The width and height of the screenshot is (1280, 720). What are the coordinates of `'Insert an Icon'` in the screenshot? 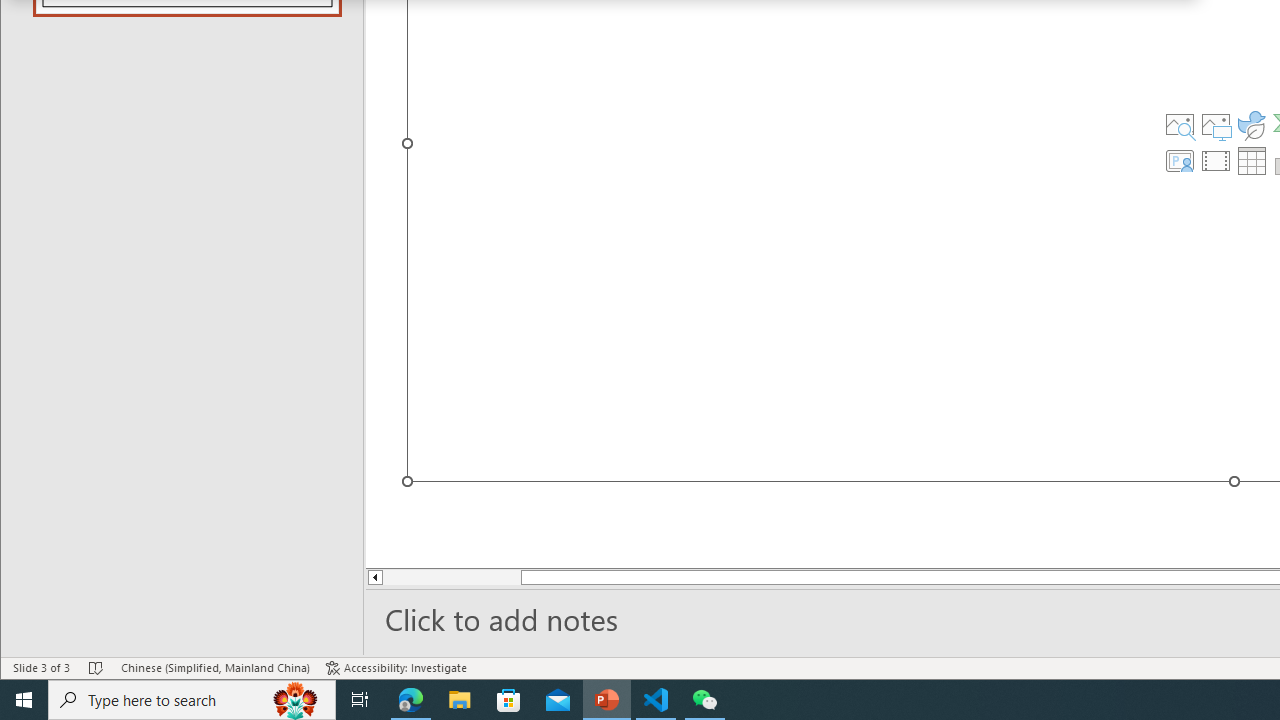 It's located at (1251, 124).